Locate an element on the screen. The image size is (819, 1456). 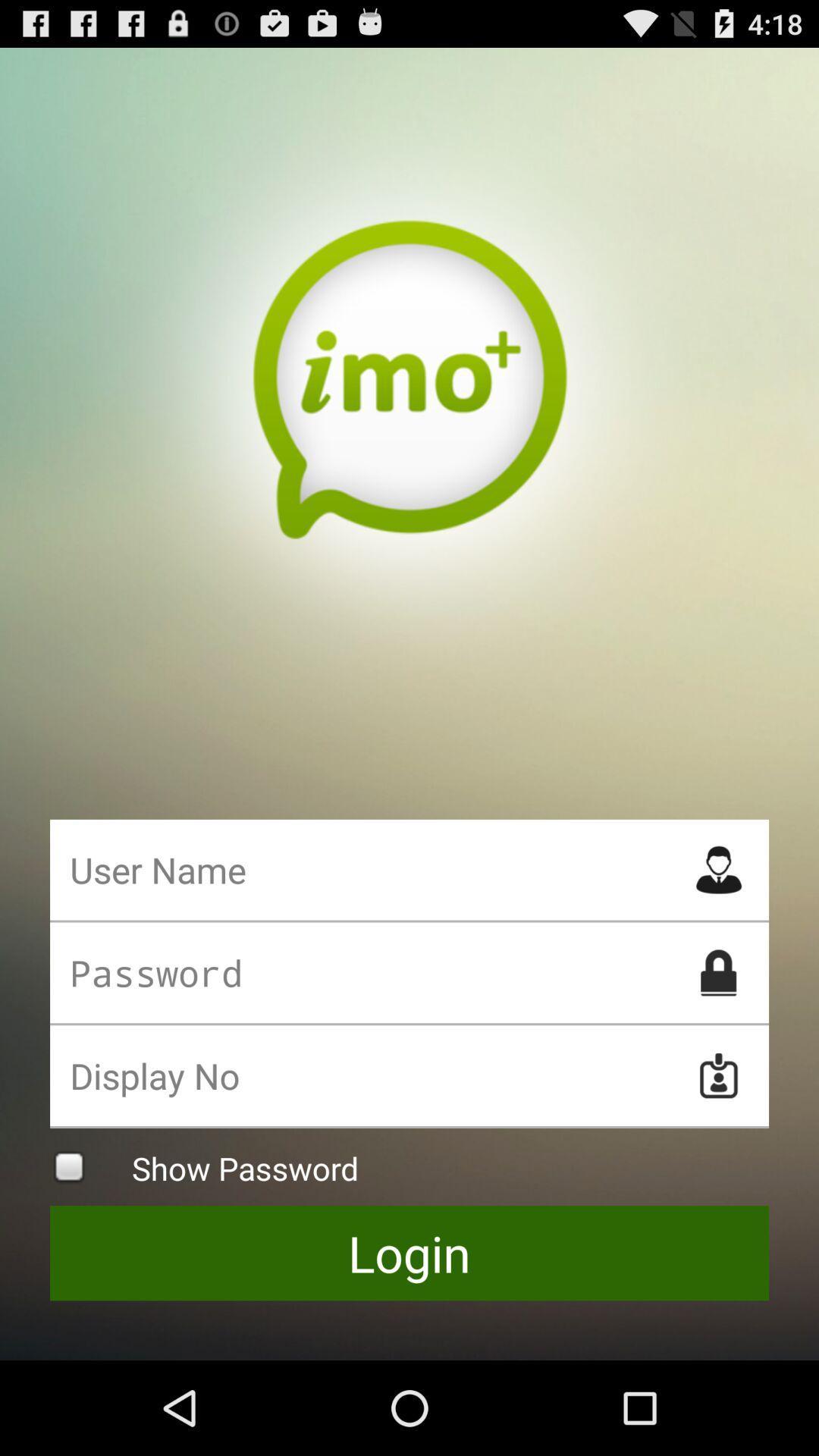
item below the show password item is located at coordinates (409, 1253).